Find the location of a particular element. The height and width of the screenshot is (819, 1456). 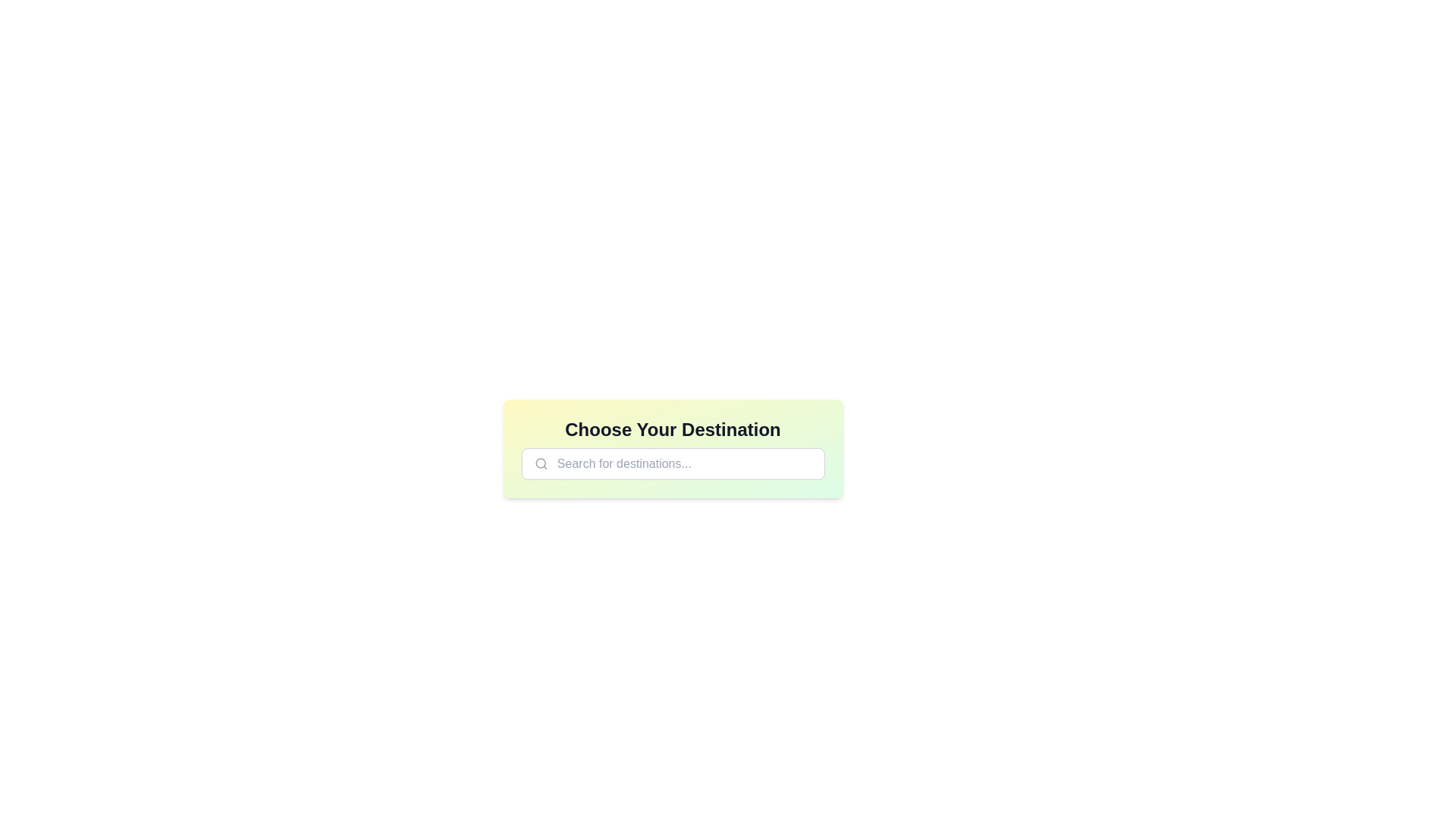

the decorative circle inside the magnifying glass symbol of the search icon, which is located to the left of the text input field is located at coordinates (540, 463).